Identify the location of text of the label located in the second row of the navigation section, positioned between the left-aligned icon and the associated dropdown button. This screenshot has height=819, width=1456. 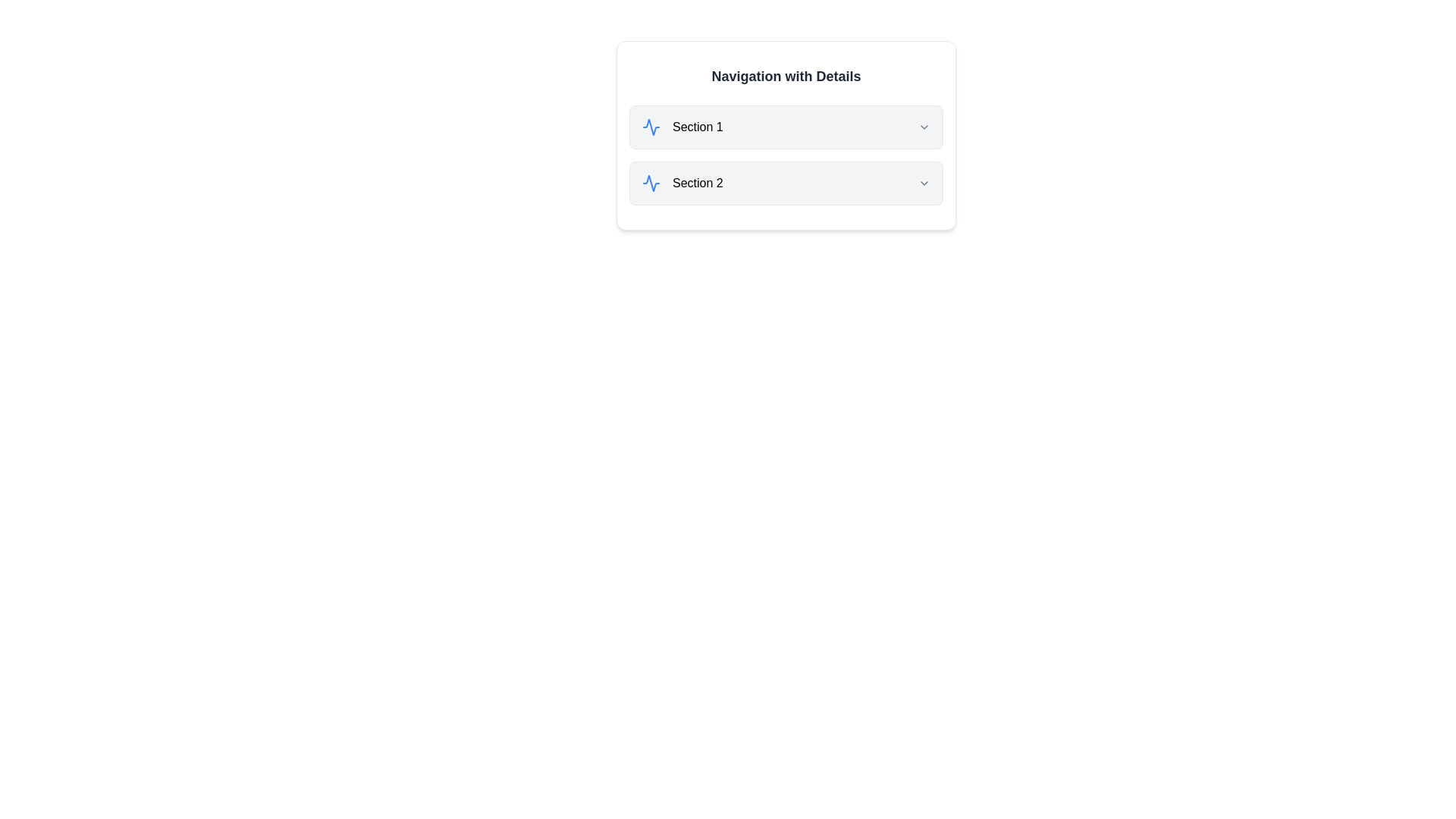
(697, 183).